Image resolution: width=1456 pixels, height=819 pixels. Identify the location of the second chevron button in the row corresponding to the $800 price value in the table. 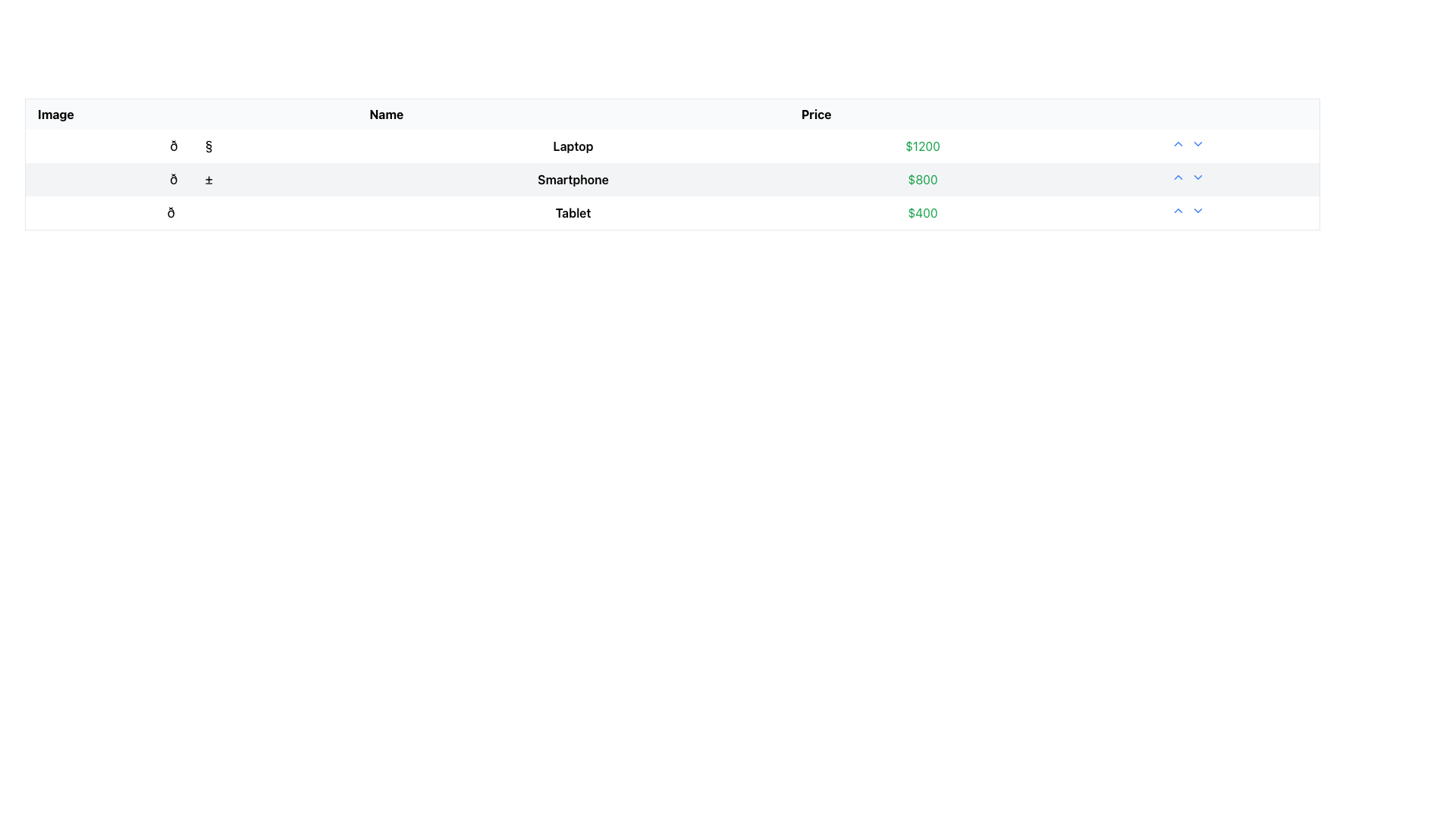
(1197, 177).